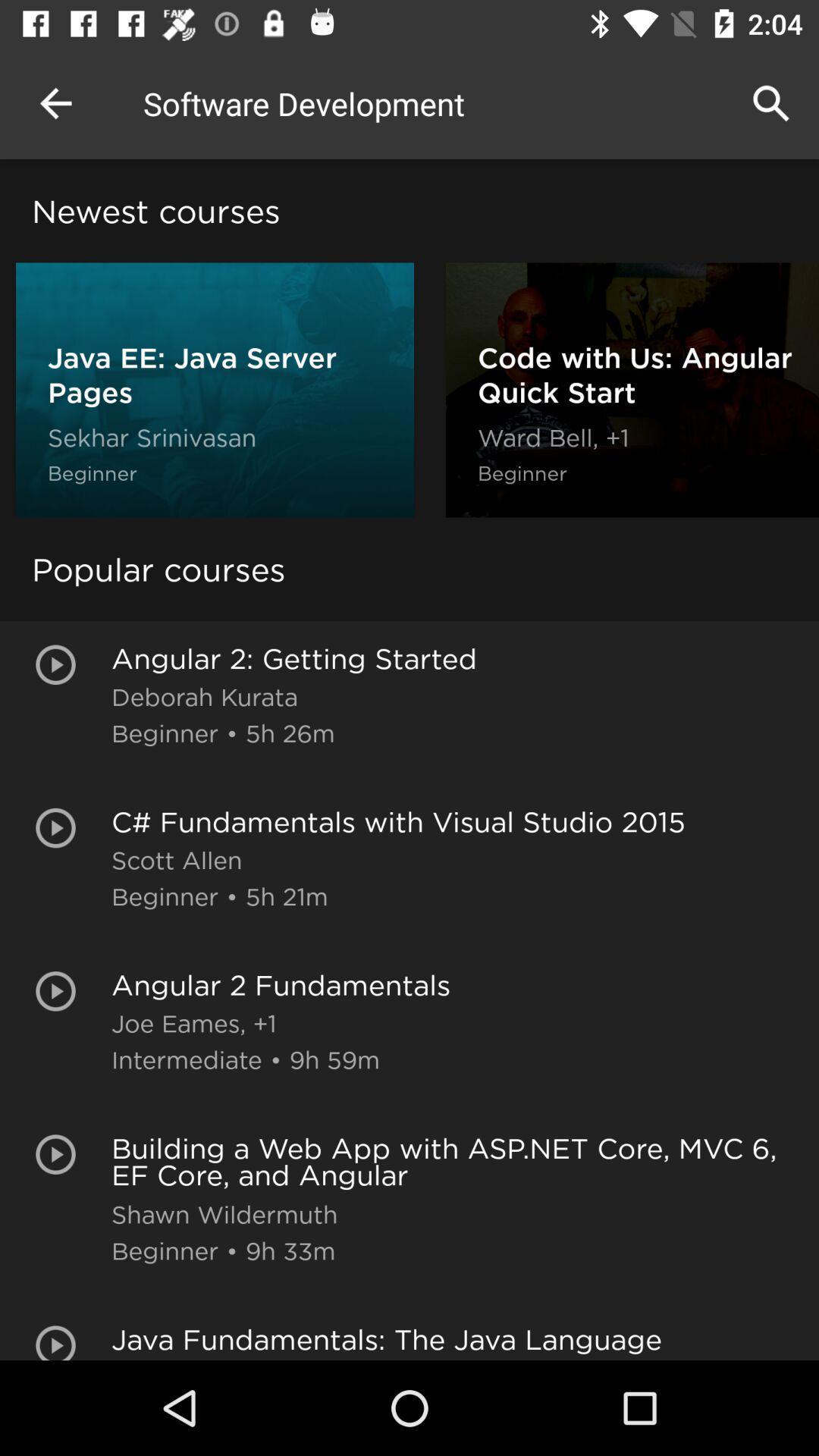 This screenshot has height=1456, width=819. What do you see at coordinates (55, 102) in the screenshot?
I see `the item above newest courses icon` at bounding box center [55, 102].